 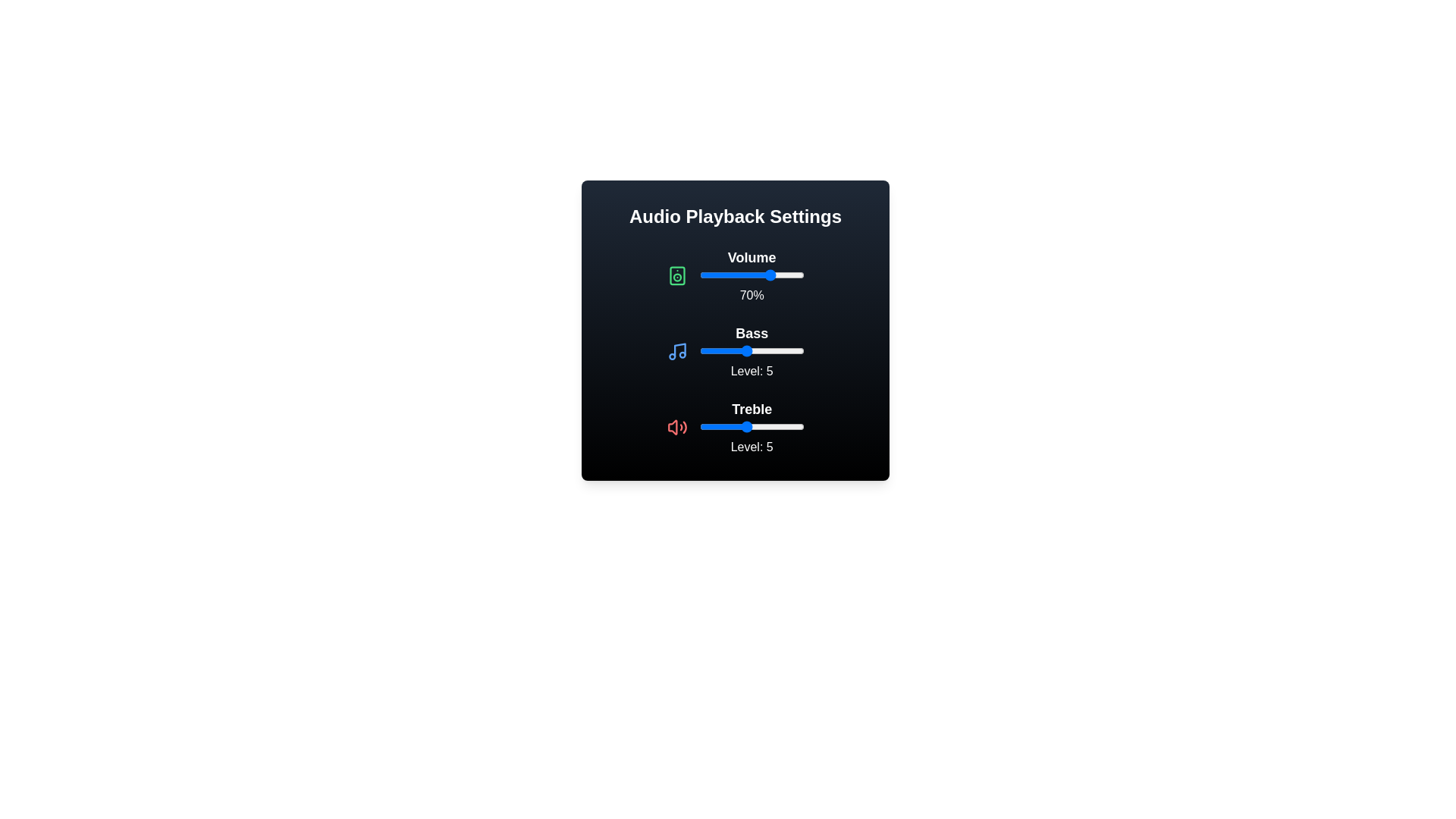 I want to click on the 'Volume' text label, which is a bold, large font label in white on a dark background, positioned at the top of the audio settings panel, so click(x=752, y=256).